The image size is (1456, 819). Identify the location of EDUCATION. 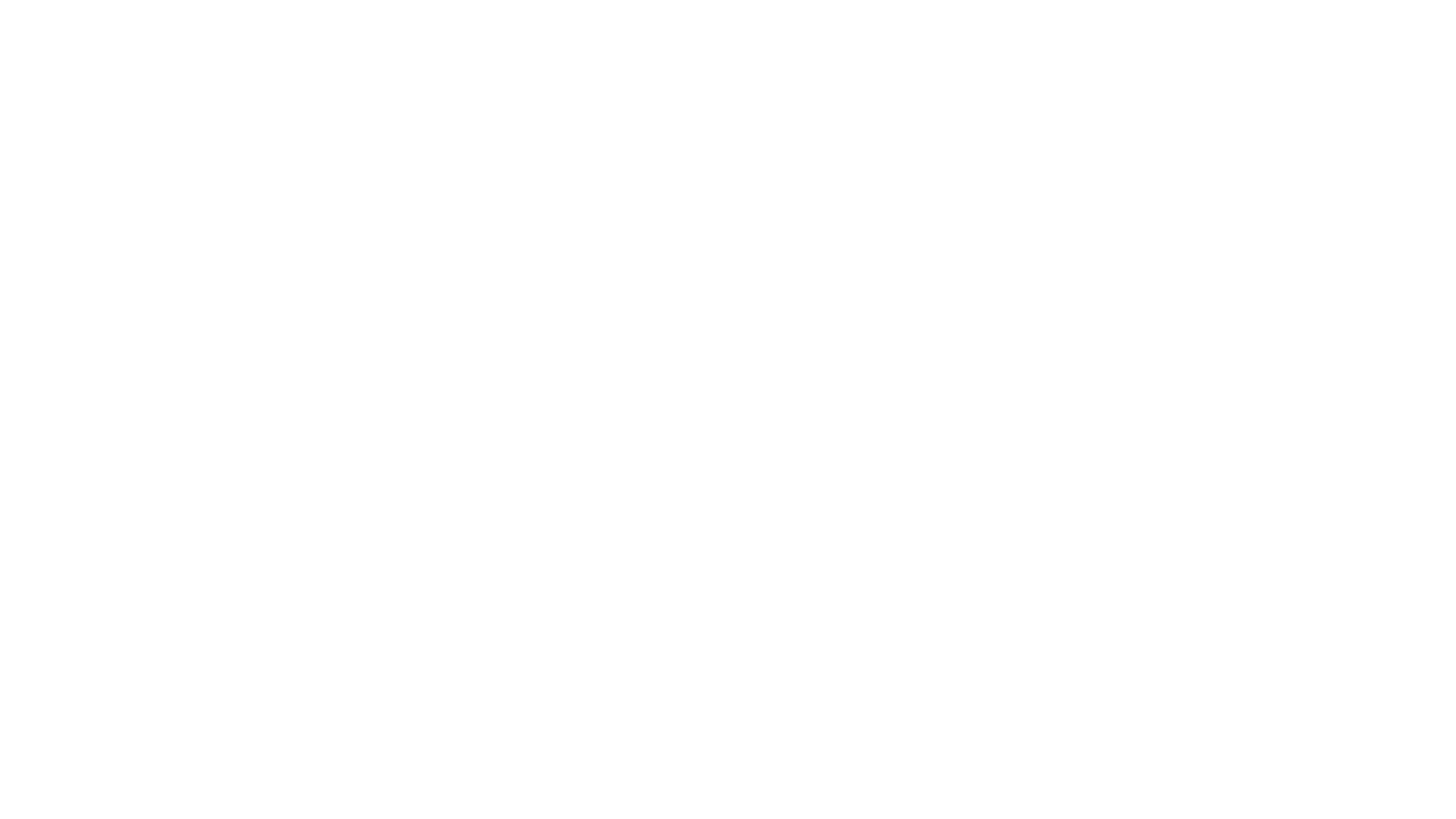
(479, 116).